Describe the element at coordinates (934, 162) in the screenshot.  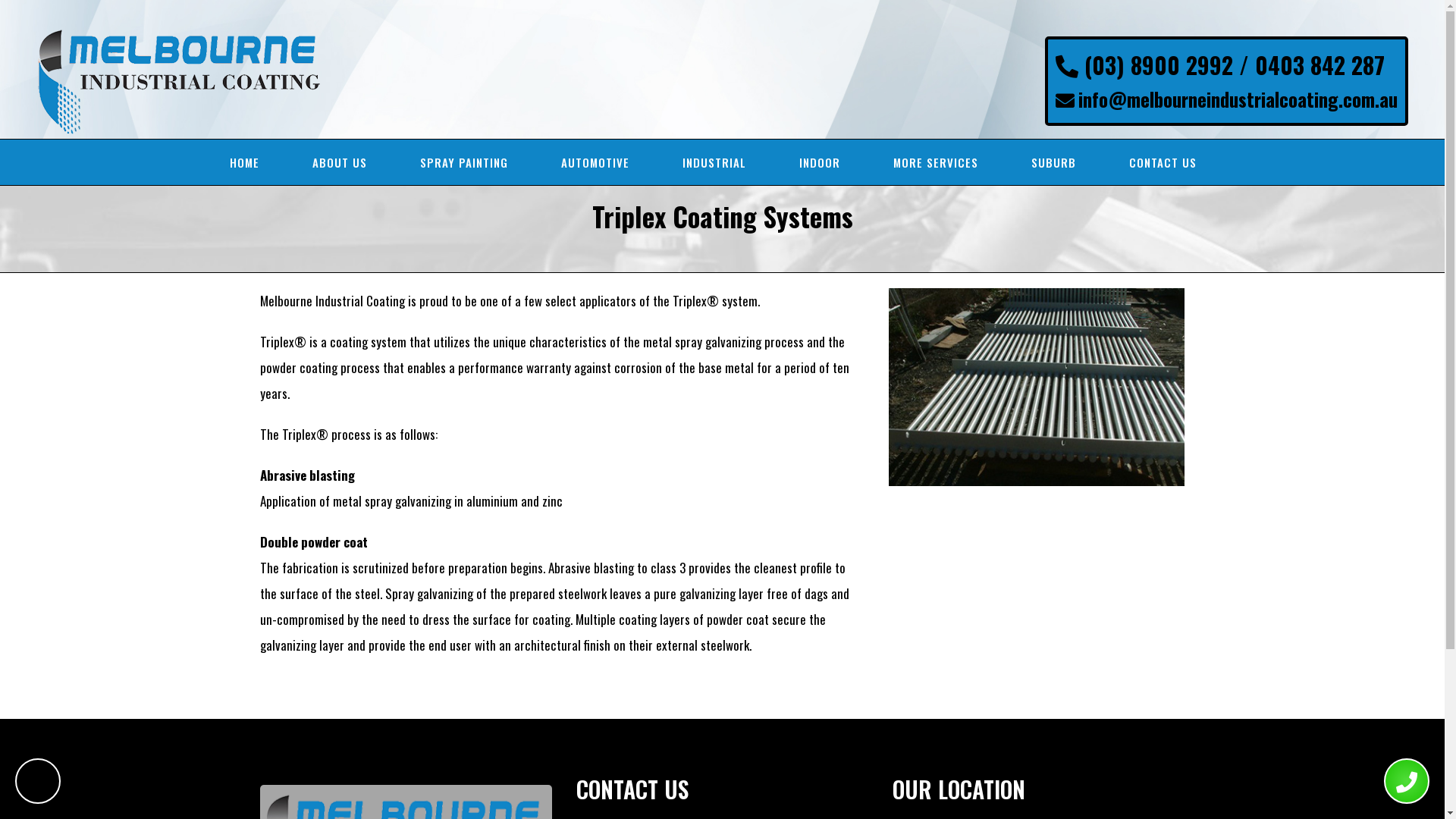
I see `'MORE SERVICES'` at that location.